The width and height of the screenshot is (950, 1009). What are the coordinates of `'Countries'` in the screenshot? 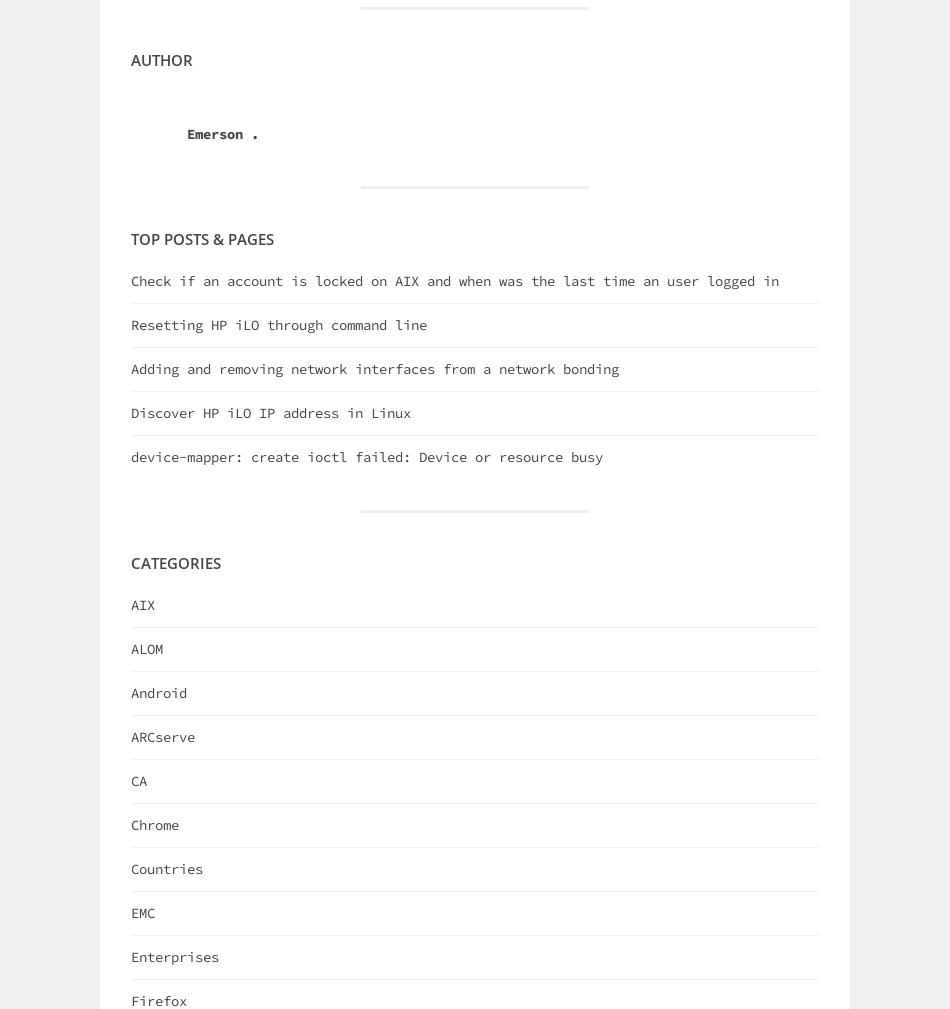 It's located at (167, 868).